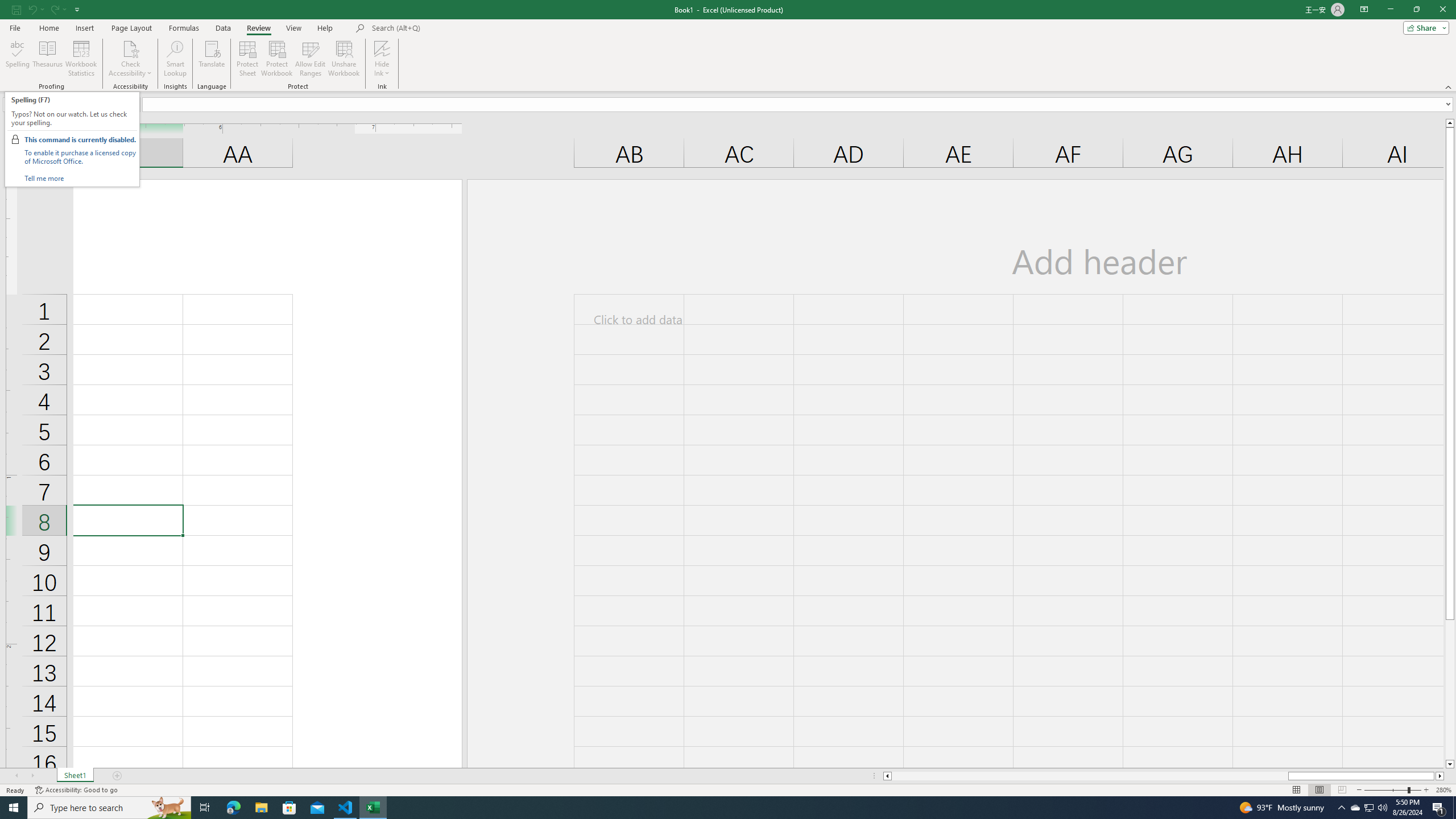  I want to click on 'Translate', so click(211, 59).